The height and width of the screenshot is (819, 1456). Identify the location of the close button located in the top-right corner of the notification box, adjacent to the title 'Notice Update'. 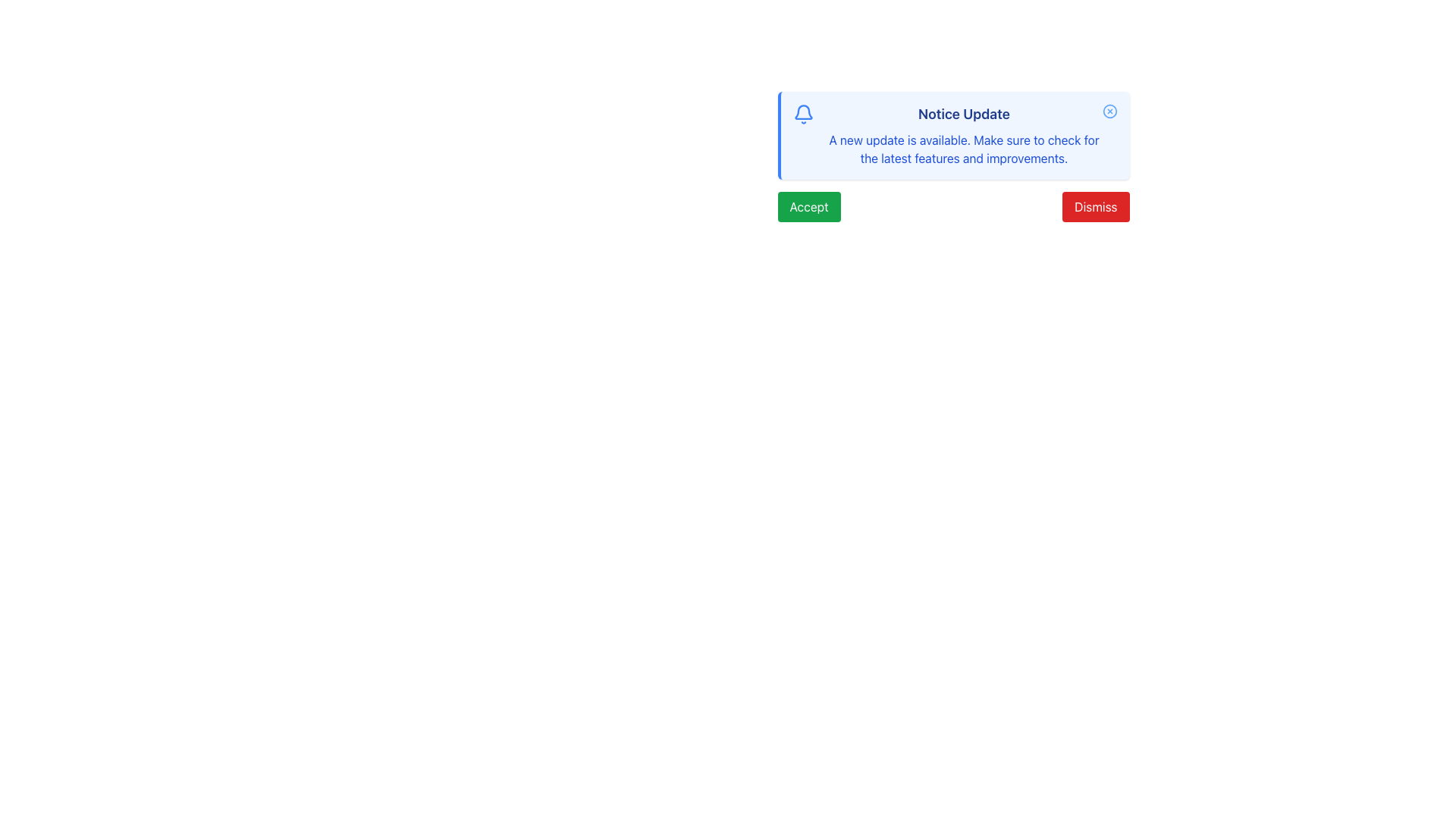
(1109, 110).